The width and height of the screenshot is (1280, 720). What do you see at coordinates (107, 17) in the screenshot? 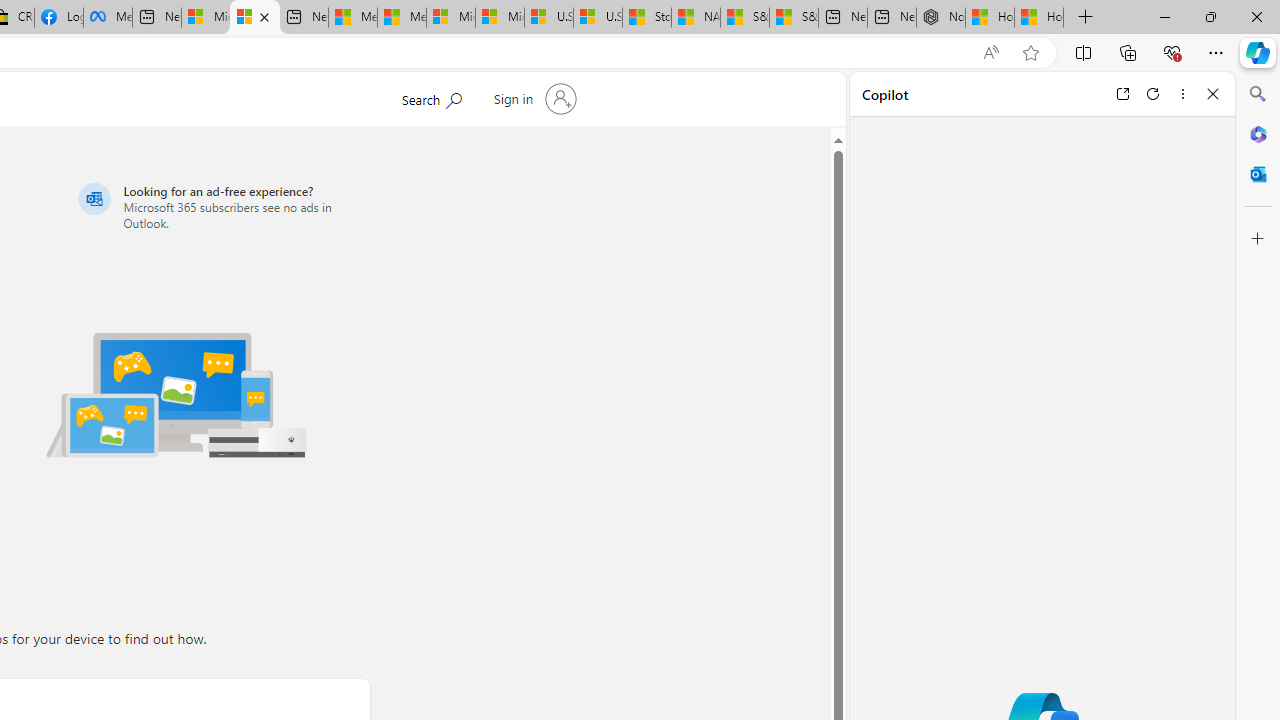
I see `'Meta Store'` at bounding box center [107, 17].